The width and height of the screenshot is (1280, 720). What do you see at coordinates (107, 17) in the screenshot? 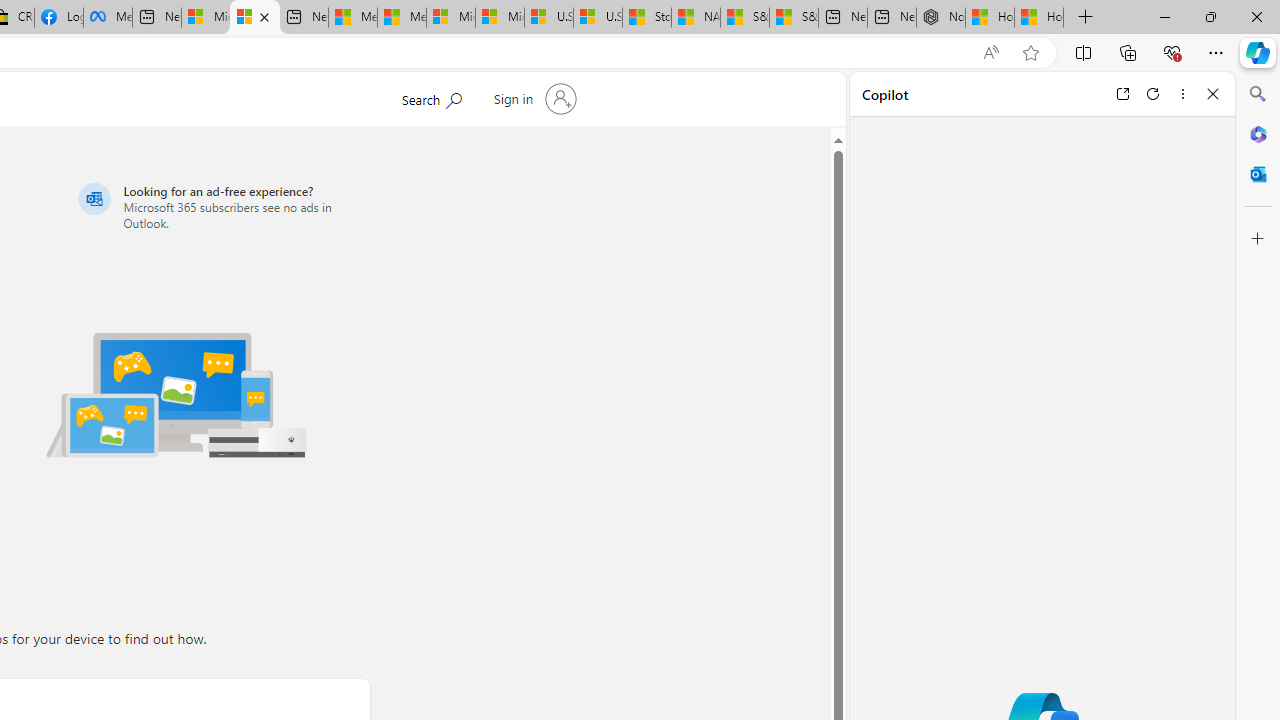
I see `'Meta Store'` at bounding box center [107, 17].